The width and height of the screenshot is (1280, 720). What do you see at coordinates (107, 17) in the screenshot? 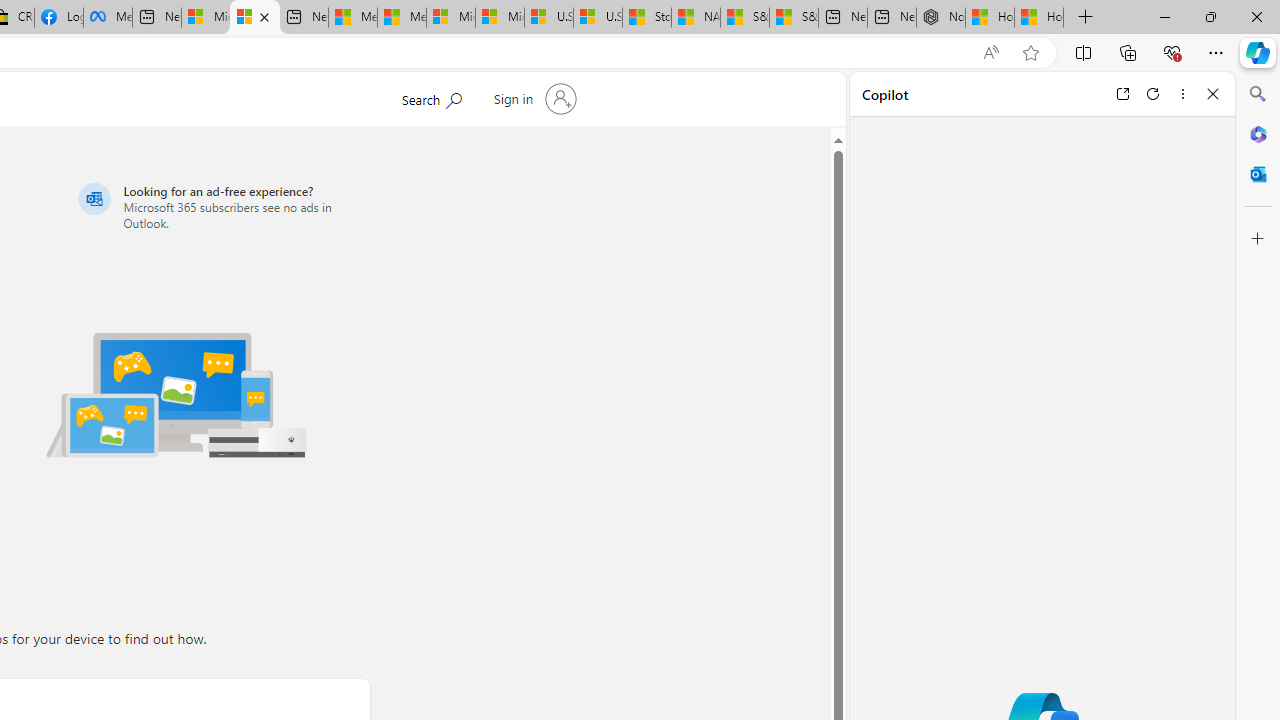
I see `'Meta Store'` at bounding box center [107, 17].